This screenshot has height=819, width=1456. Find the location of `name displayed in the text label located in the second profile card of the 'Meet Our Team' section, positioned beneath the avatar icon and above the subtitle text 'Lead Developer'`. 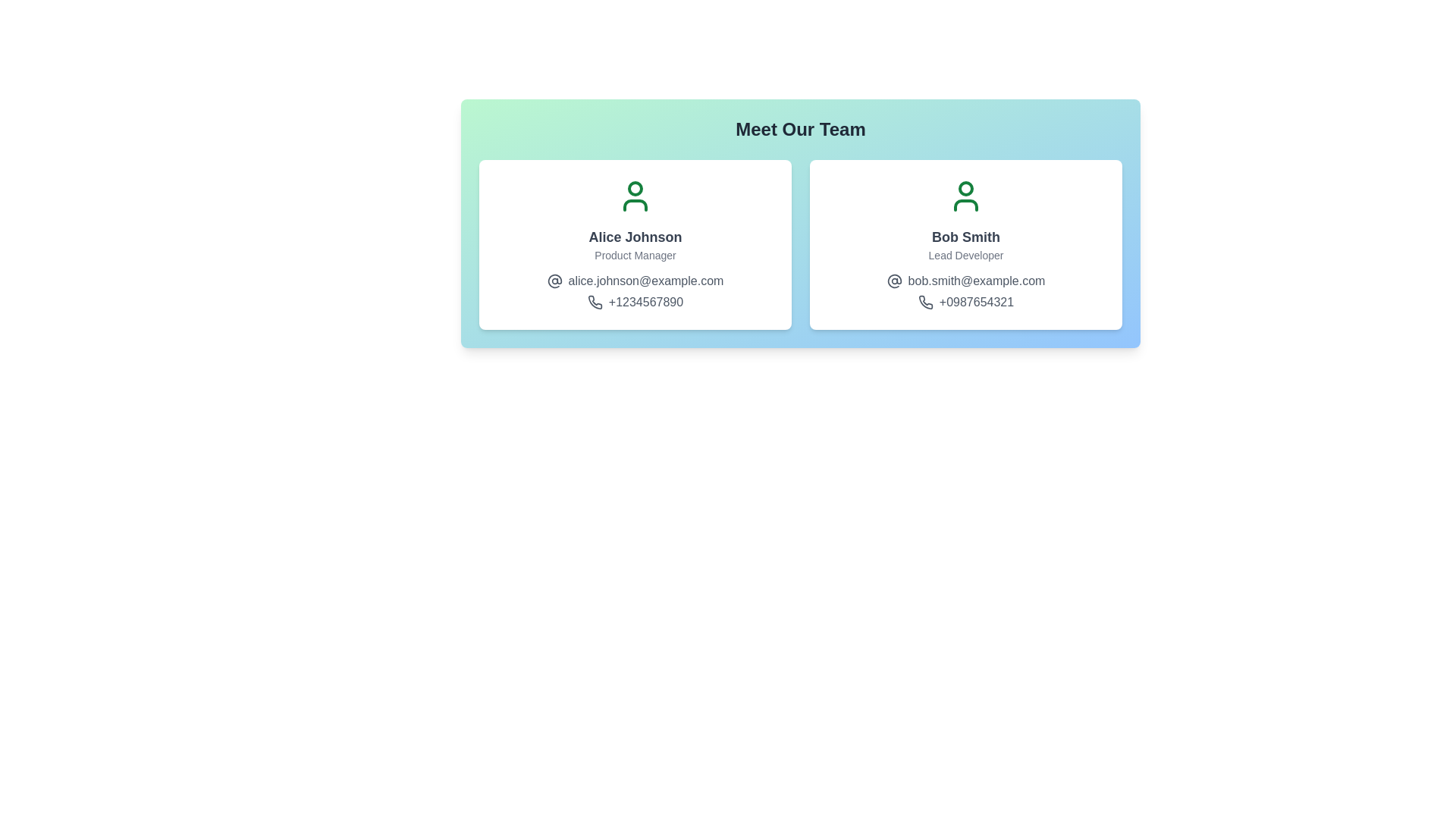

name displayed in the text label located in the second profile card of the 'Meet Our Team' section, positioned beneath the avatar icon and above the subtitle text 'Lead Developer' is located at coordinates (965, 237).